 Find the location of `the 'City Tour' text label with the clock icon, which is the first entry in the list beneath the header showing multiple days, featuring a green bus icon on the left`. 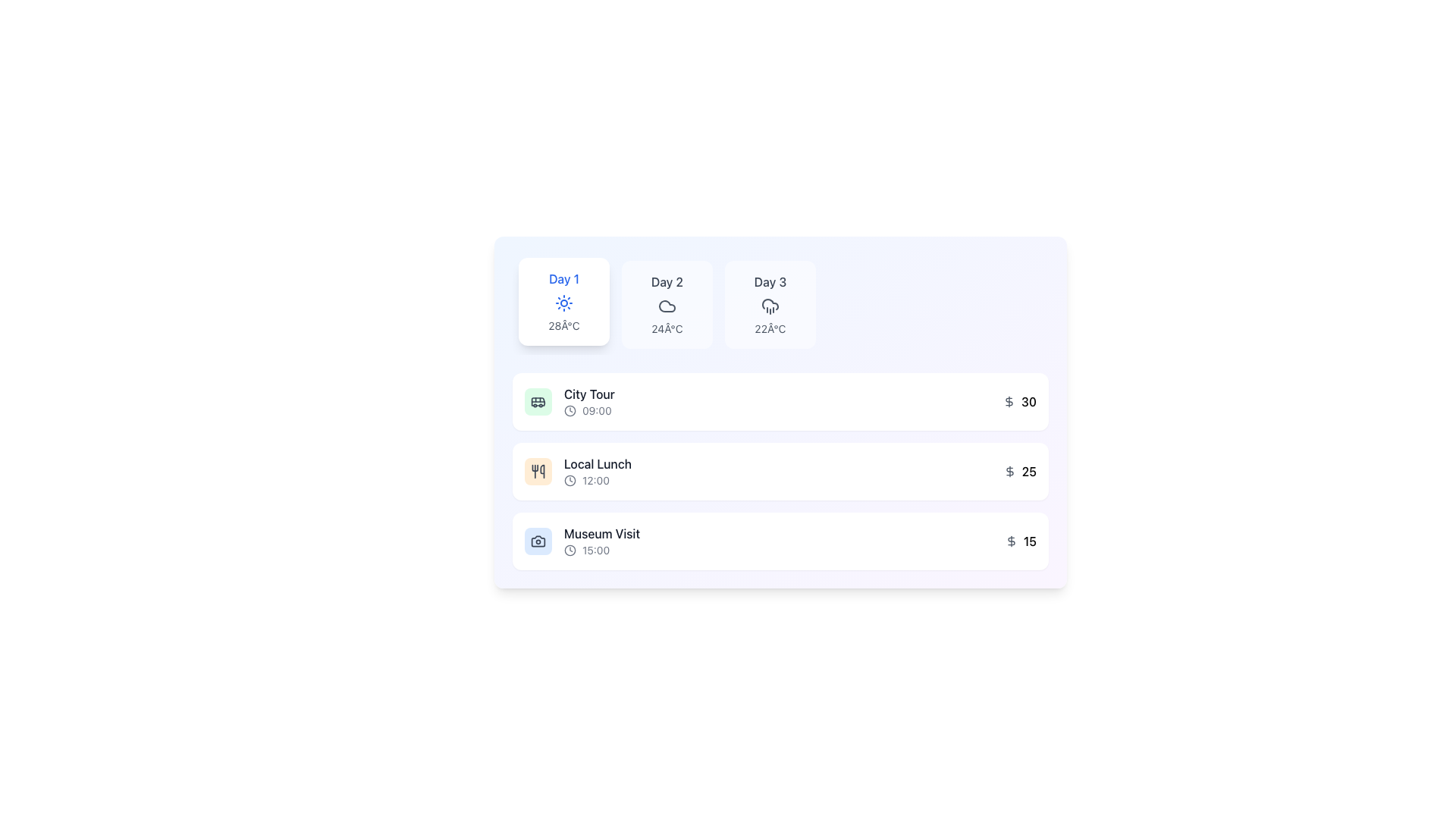

the 'City Tour' text label with the clock icon, which is the first entry in the list beneath the header showing multiple days, featuring a green bus icon on the left is located at coordinates (588, 400).